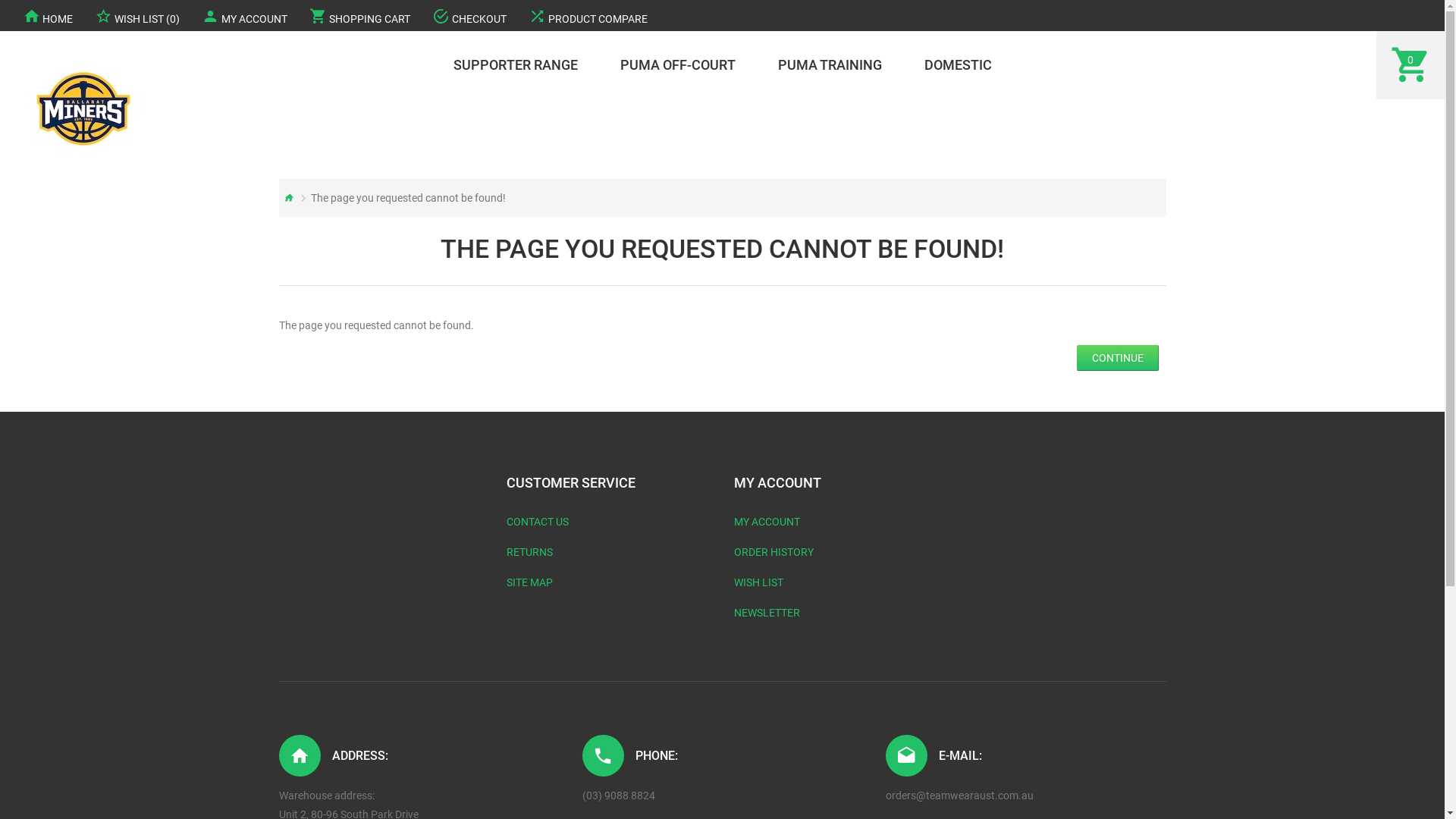  I want to click on 'WISH LIST', so click(758, 581).